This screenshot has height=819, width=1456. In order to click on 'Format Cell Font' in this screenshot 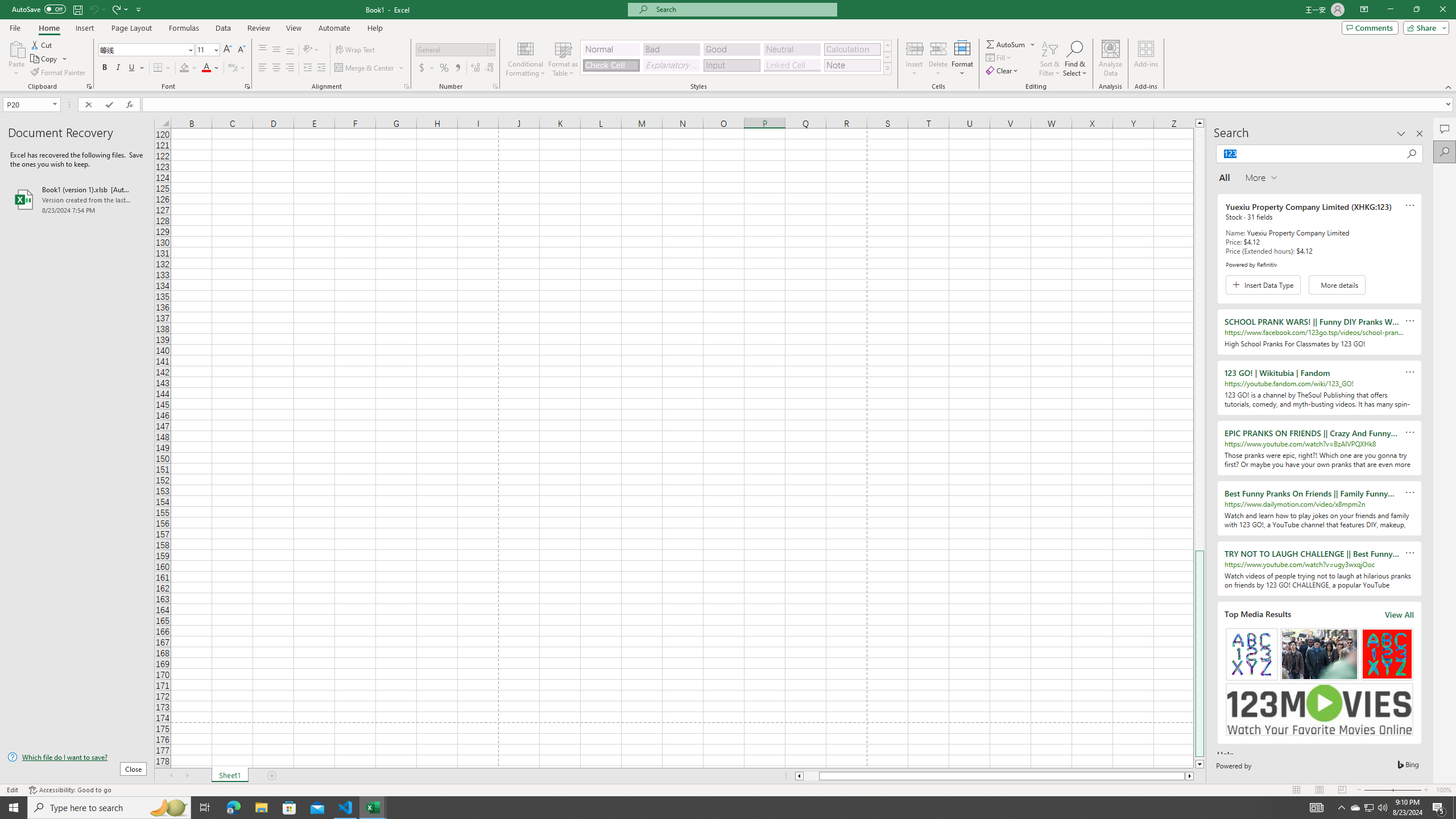, I will do `click(247, 85)`.